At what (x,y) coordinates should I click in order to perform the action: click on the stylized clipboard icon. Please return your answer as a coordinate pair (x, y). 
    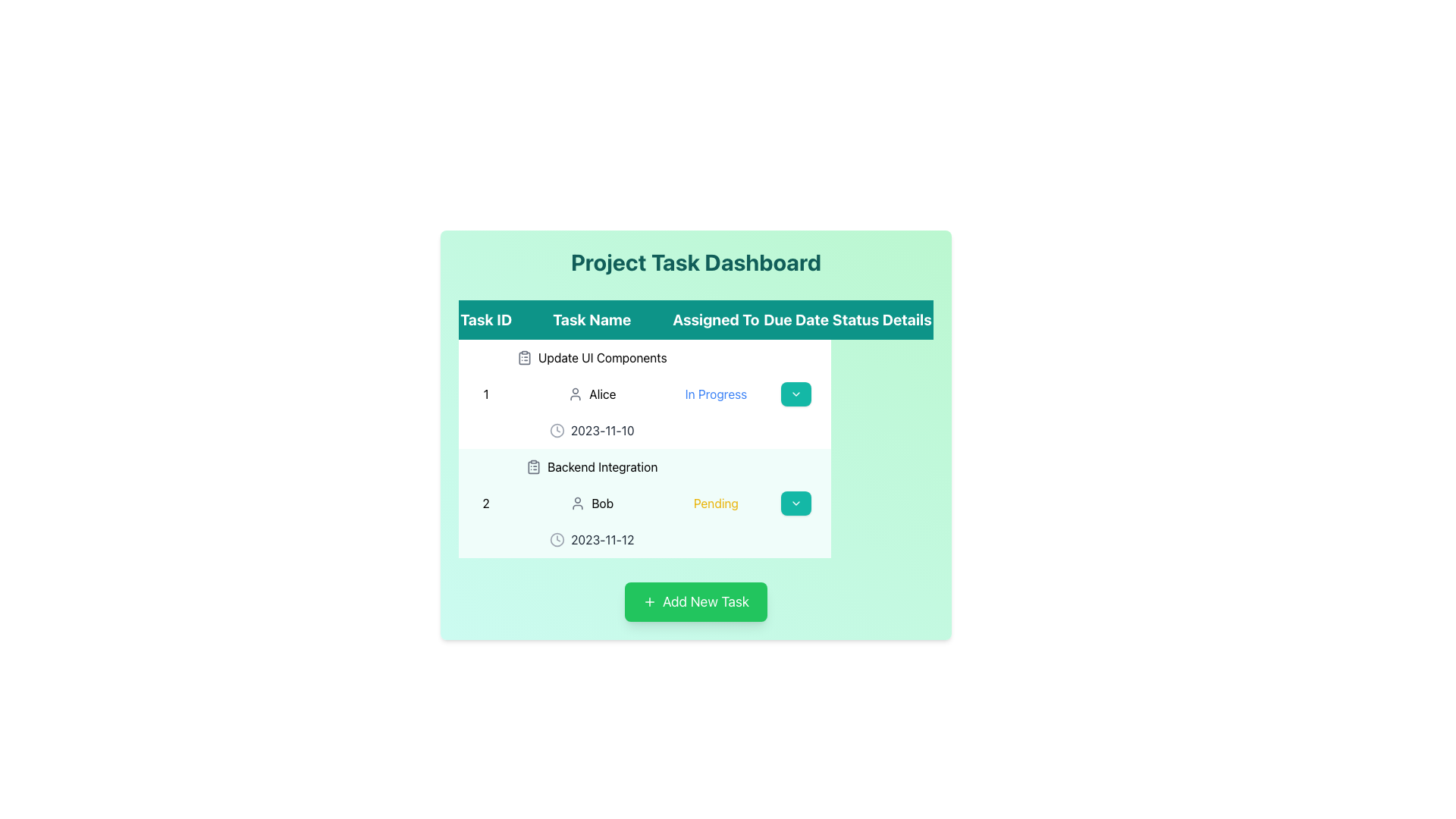
    Looking at the image, I should click on (524, 358).